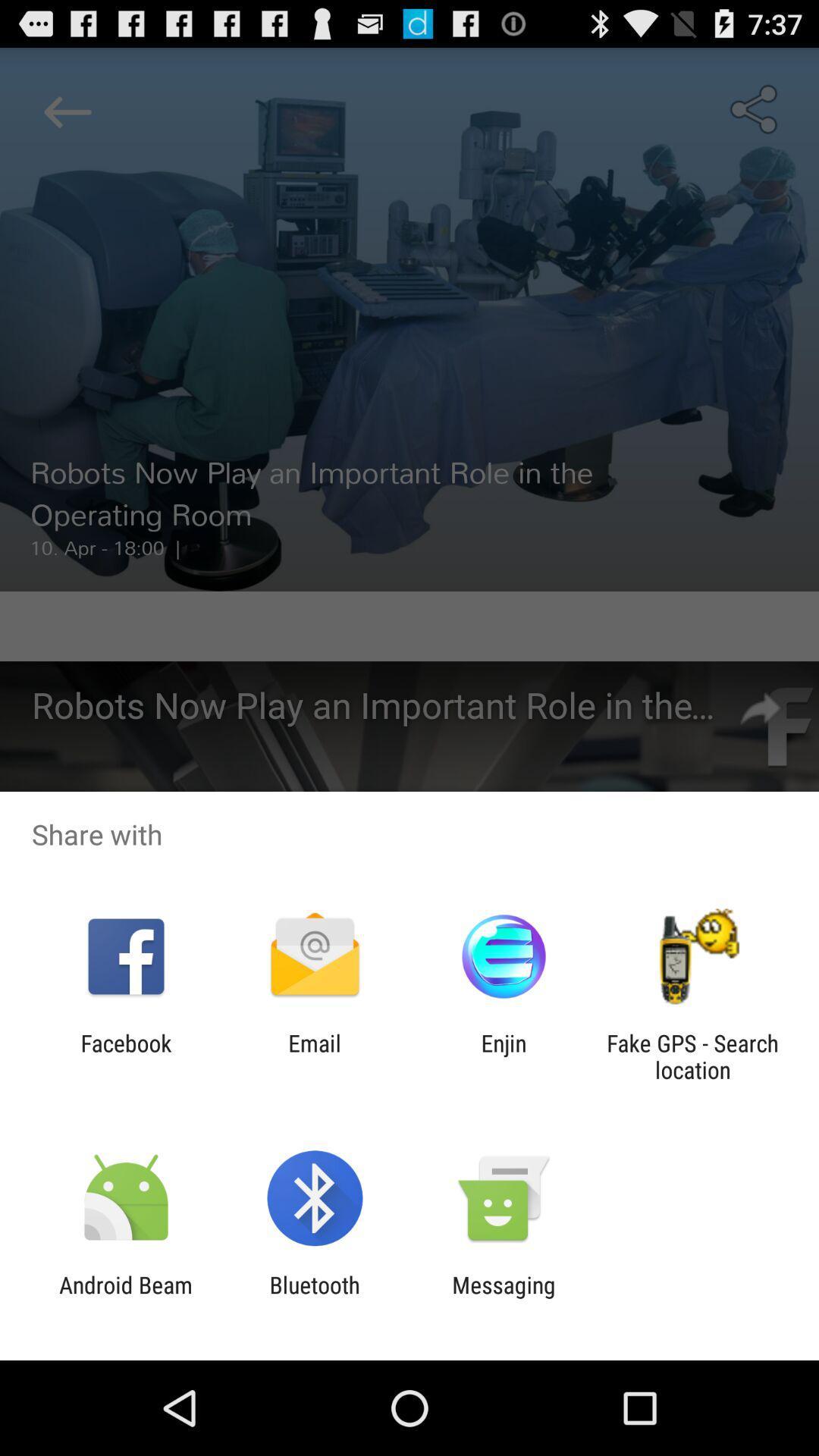 Image resolution: width=819 pixels, height=1456 pixels. What do you see at coordinates (504, 1298) in the screenshot?
I see `app to the right of the bluetooth app` at bounding box center [504, 1298].